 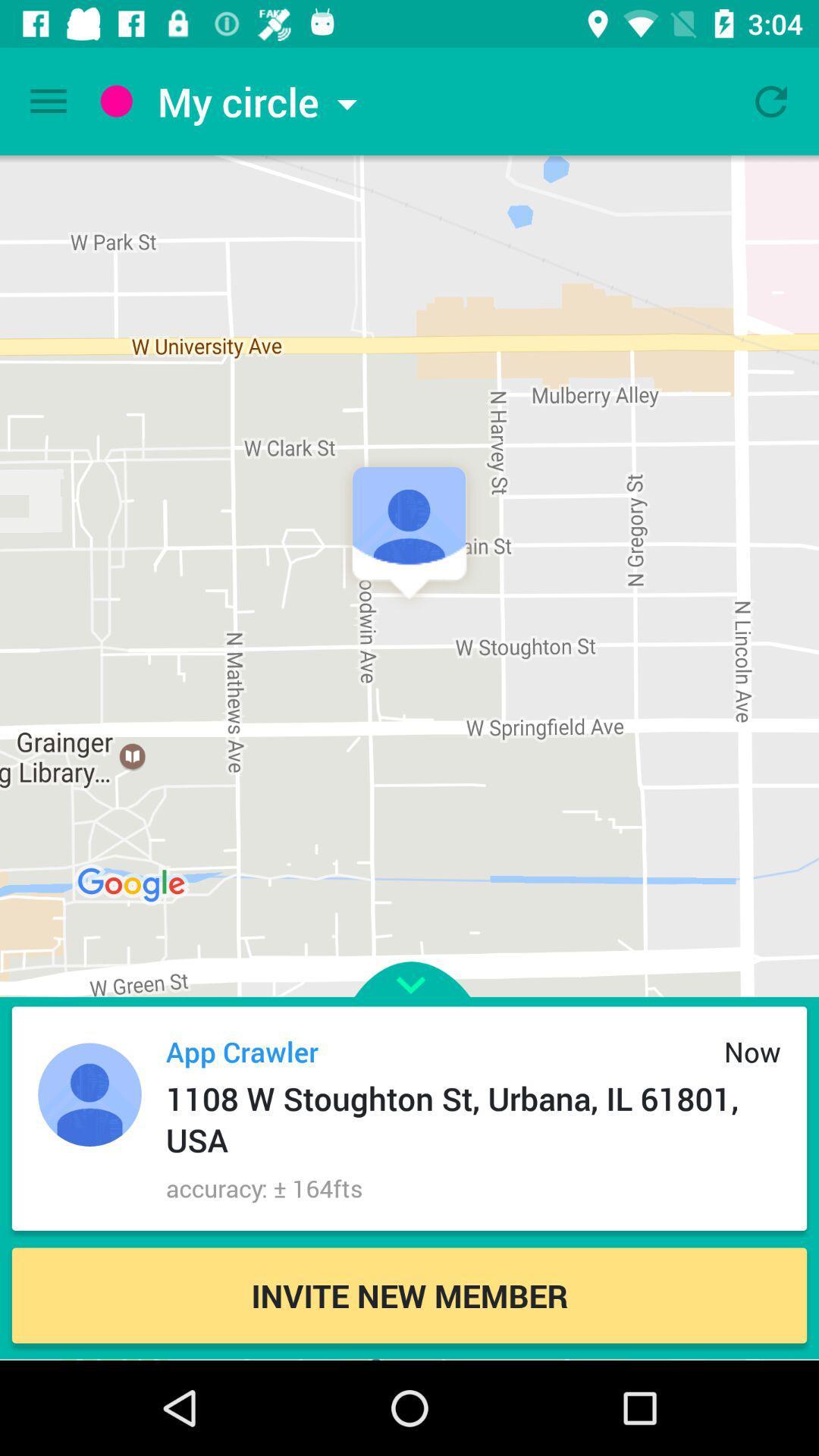 What do you see at coordinates (771, 100) in the screenshot?
I see `refresh page` at bounding box center [771, 100].